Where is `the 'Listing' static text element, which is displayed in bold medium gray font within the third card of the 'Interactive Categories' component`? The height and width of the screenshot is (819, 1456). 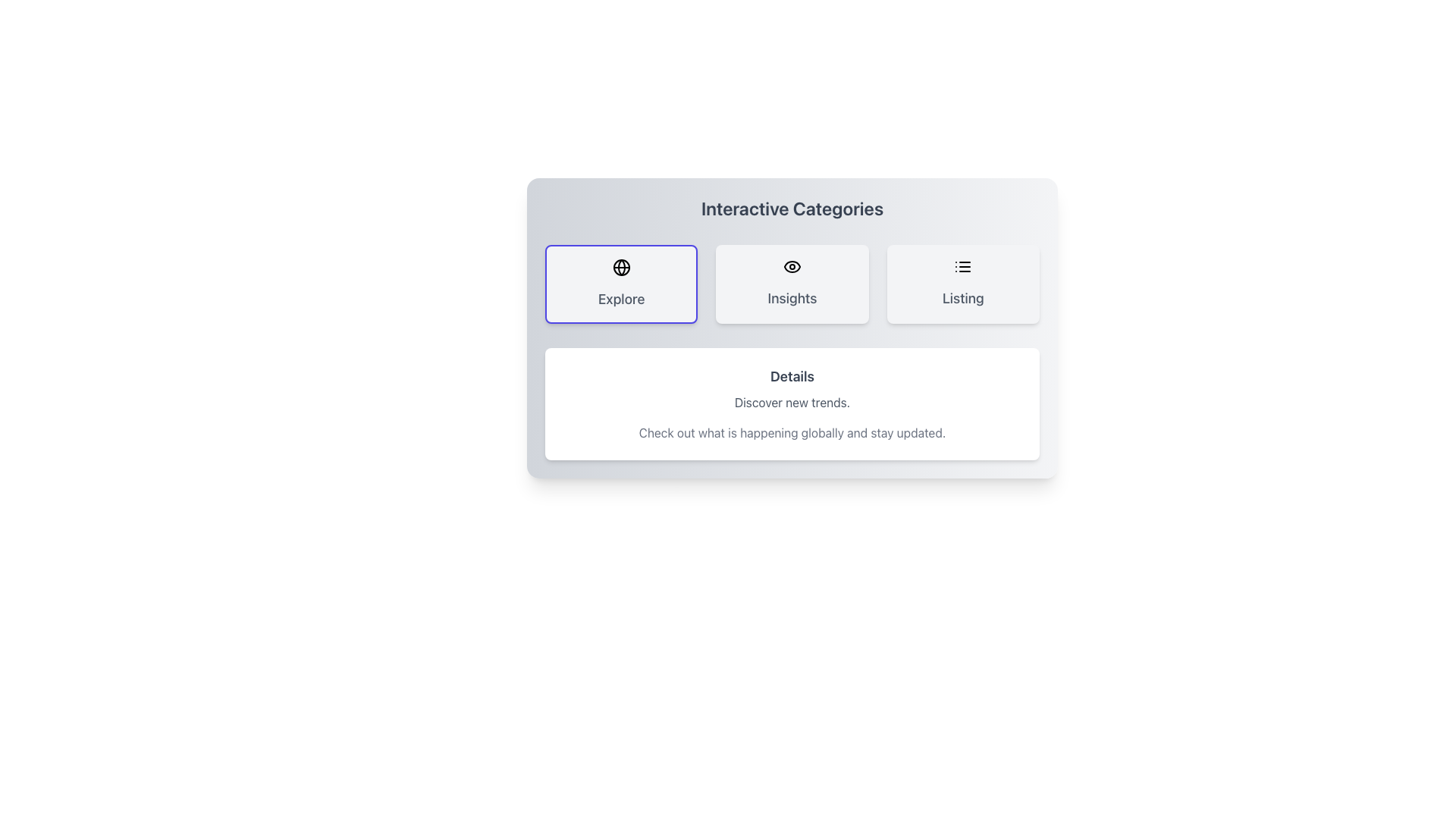
the 'Listing' static text element, which is displayed in bold medium gray font within the third card of the 'Interactive Categories' component is located at coordinates (962, 298).